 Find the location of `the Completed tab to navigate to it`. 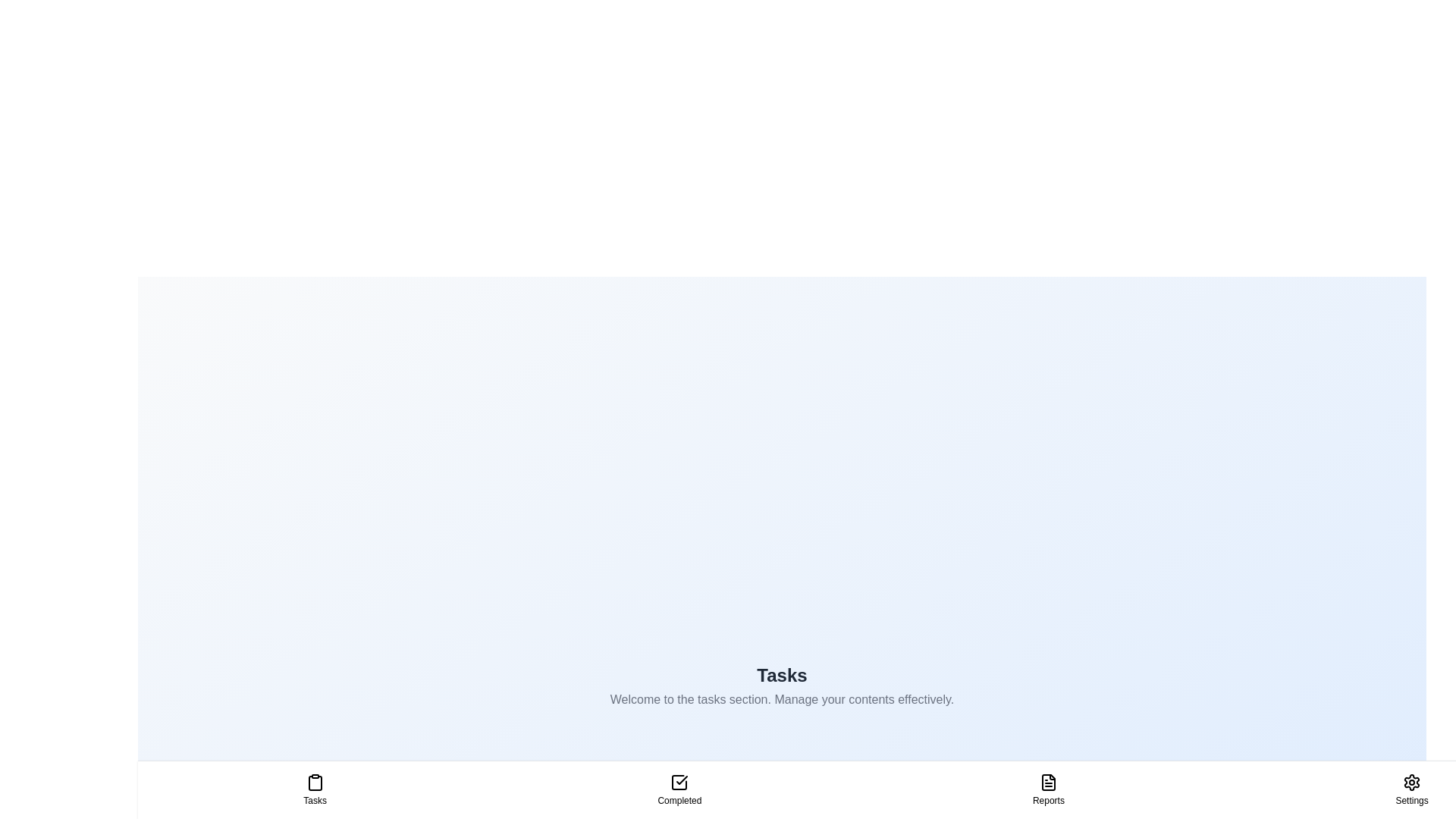

the Completed tab to navigate to it is located at coordinates (679, 789).